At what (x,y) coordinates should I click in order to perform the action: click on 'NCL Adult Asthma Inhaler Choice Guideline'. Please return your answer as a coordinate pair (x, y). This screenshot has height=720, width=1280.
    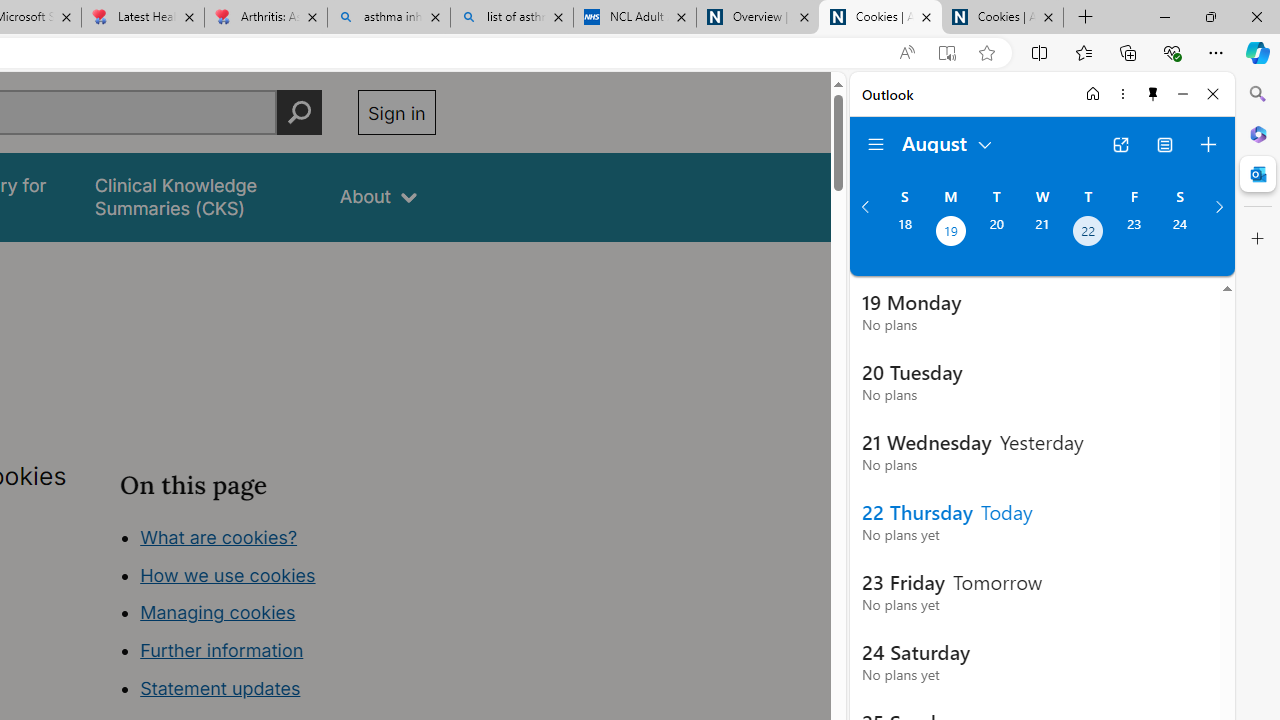
    Looking at the image, I should click on (633, 17).